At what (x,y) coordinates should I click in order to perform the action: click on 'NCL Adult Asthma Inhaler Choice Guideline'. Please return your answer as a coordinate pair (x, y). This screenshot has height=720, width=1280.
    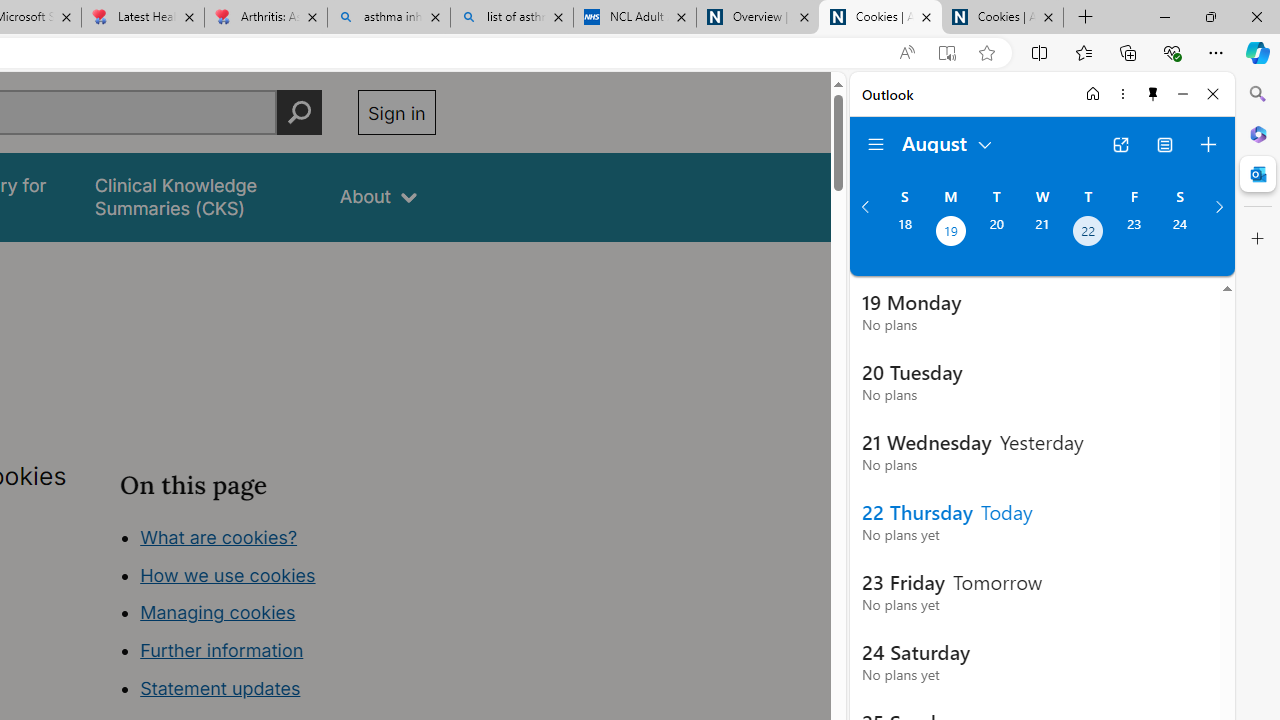
    Looking at the image, I should click on (633, 17).